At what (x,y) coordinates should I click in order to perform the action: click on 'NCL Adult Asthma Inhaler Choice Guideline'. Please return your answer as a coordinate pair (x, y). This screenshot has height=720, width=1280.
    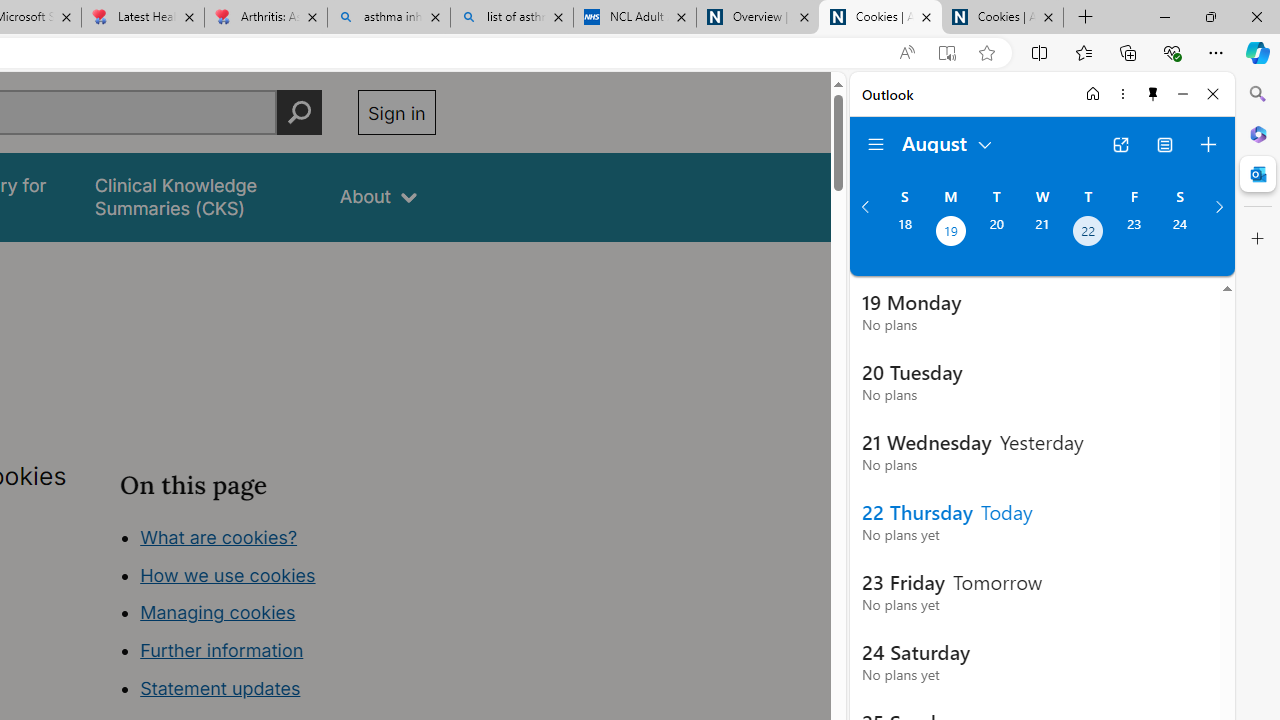
    Looking at the image, I should click on (633, 17).